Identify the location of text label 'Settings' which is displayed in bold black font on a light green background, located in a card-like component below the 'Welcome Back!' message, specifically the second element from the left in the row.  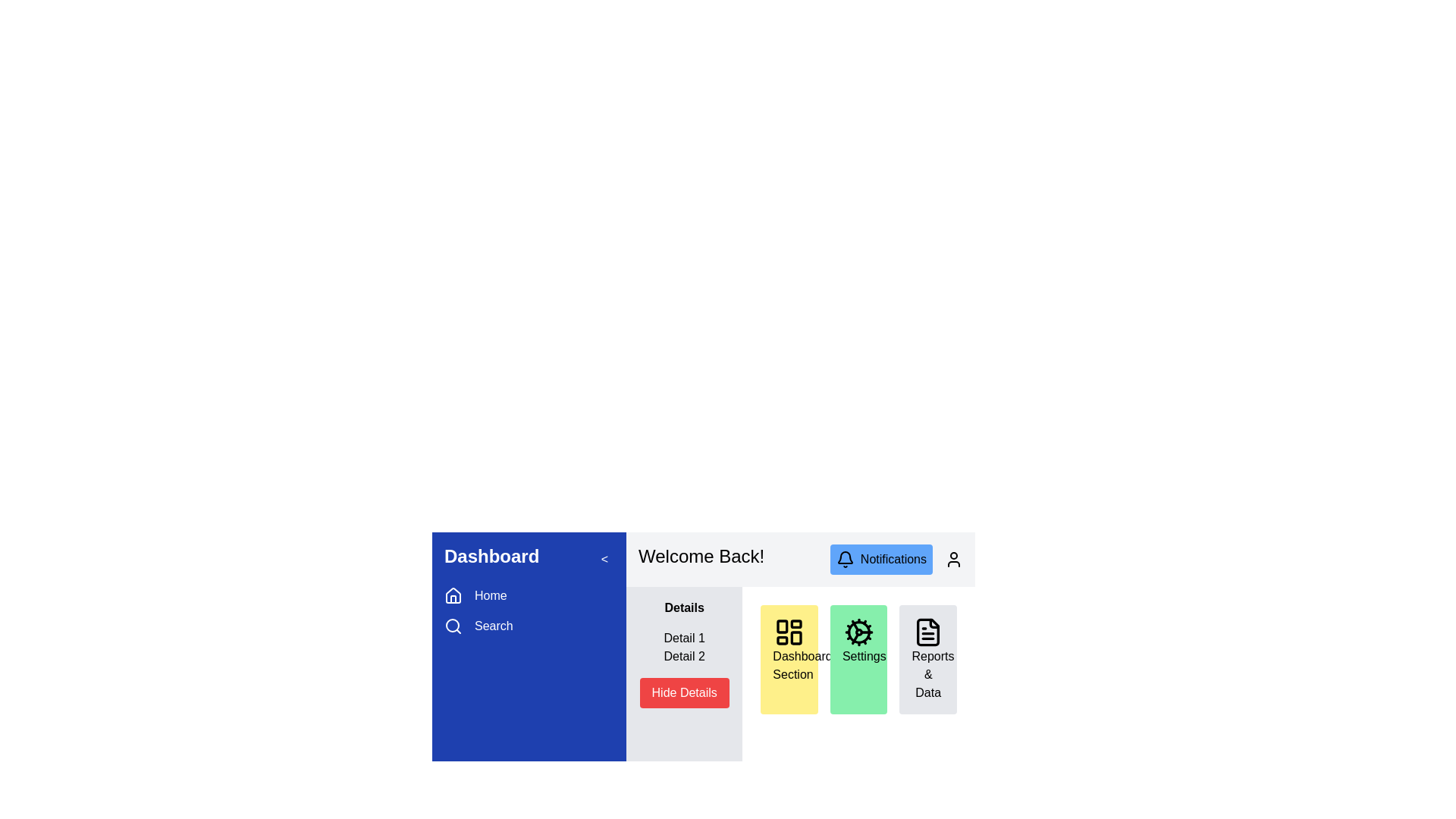
(864, 655).